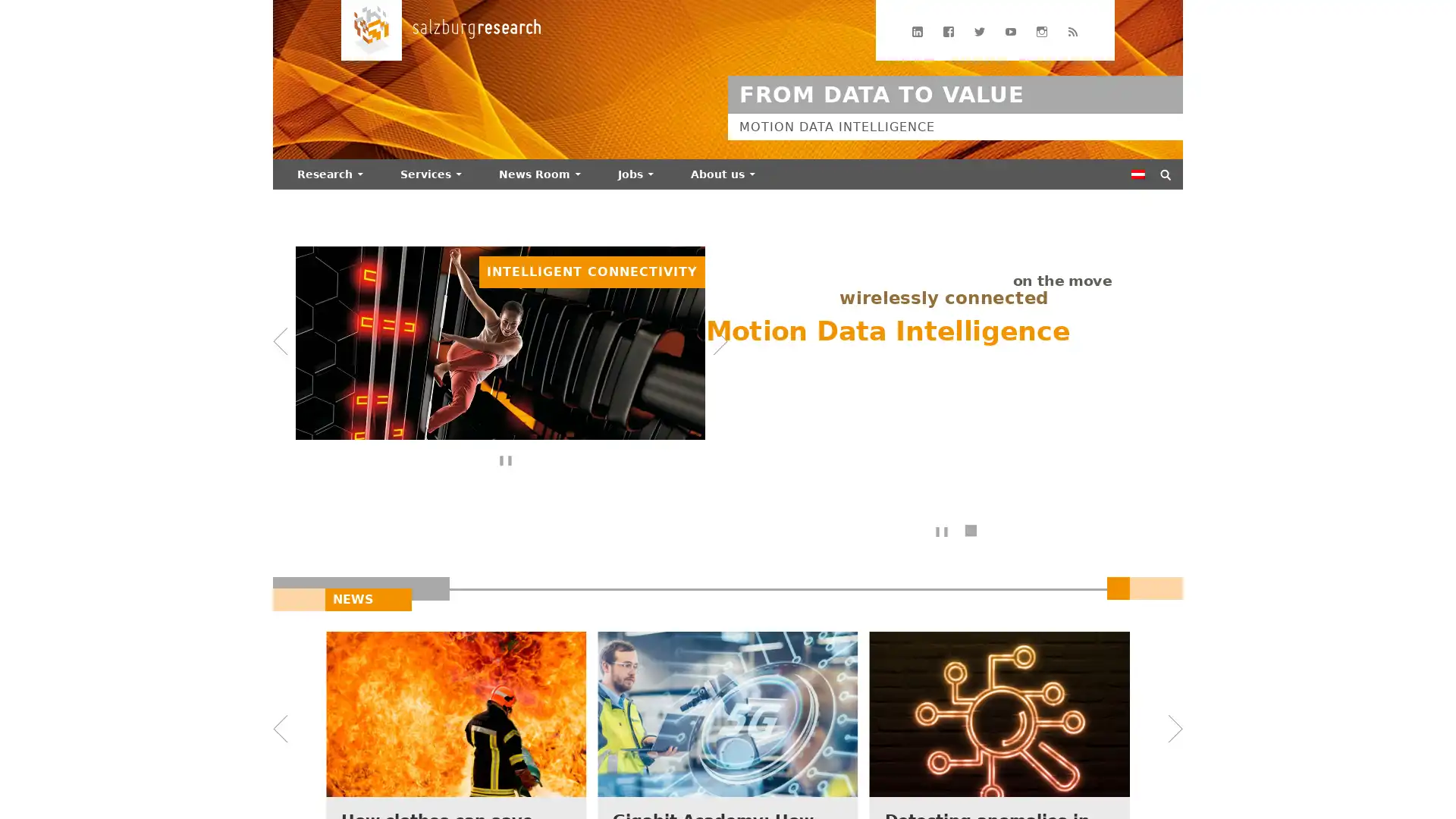  Describe the element at coordinates (1229, 172) in the screenshot. I see `Suchen` at that location.